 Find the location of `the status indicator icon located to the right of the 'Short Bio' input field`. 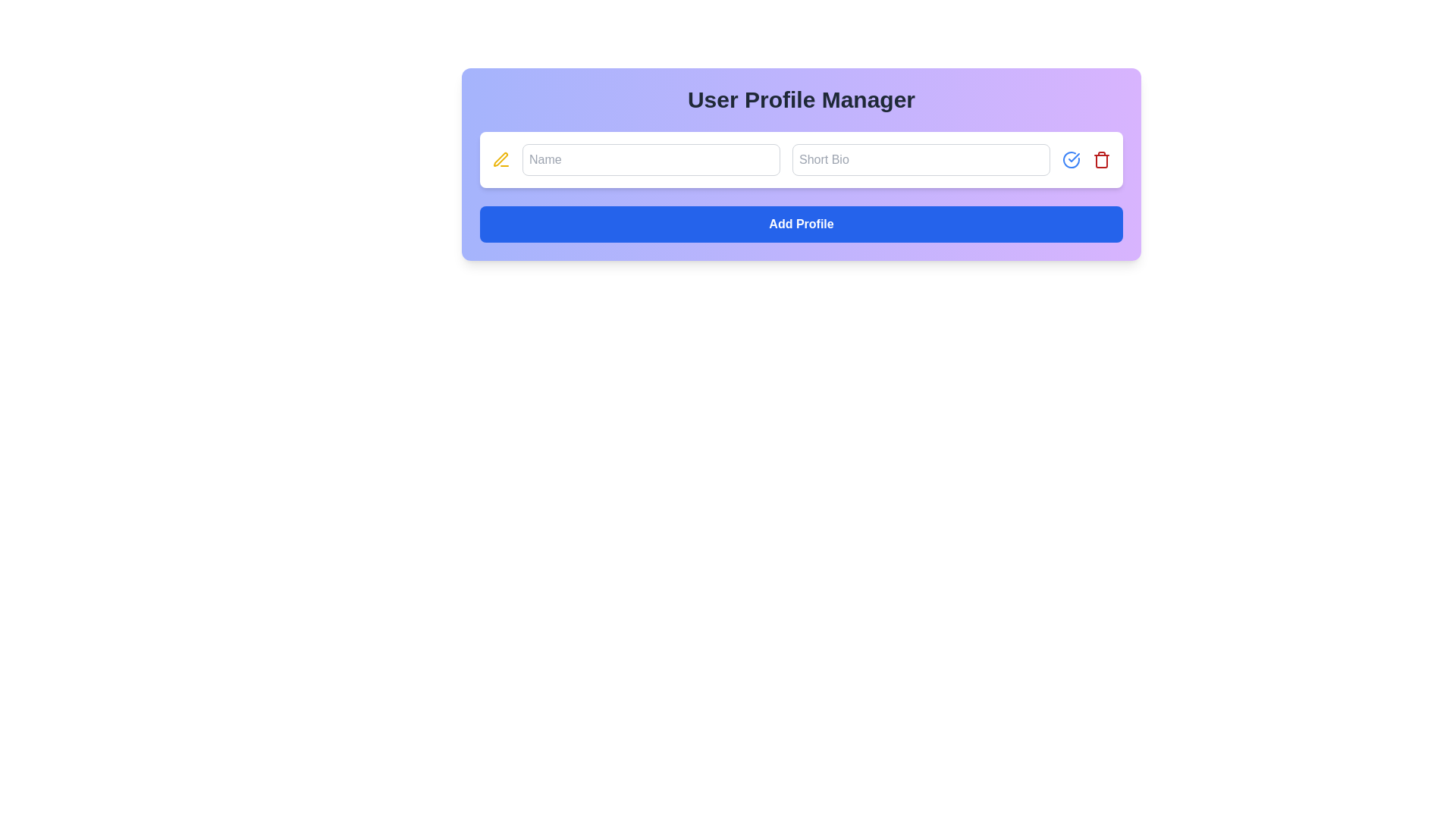

the status indicator icon located to the right of the 'Short Bio' input field is located at coordinates (1070, 160).